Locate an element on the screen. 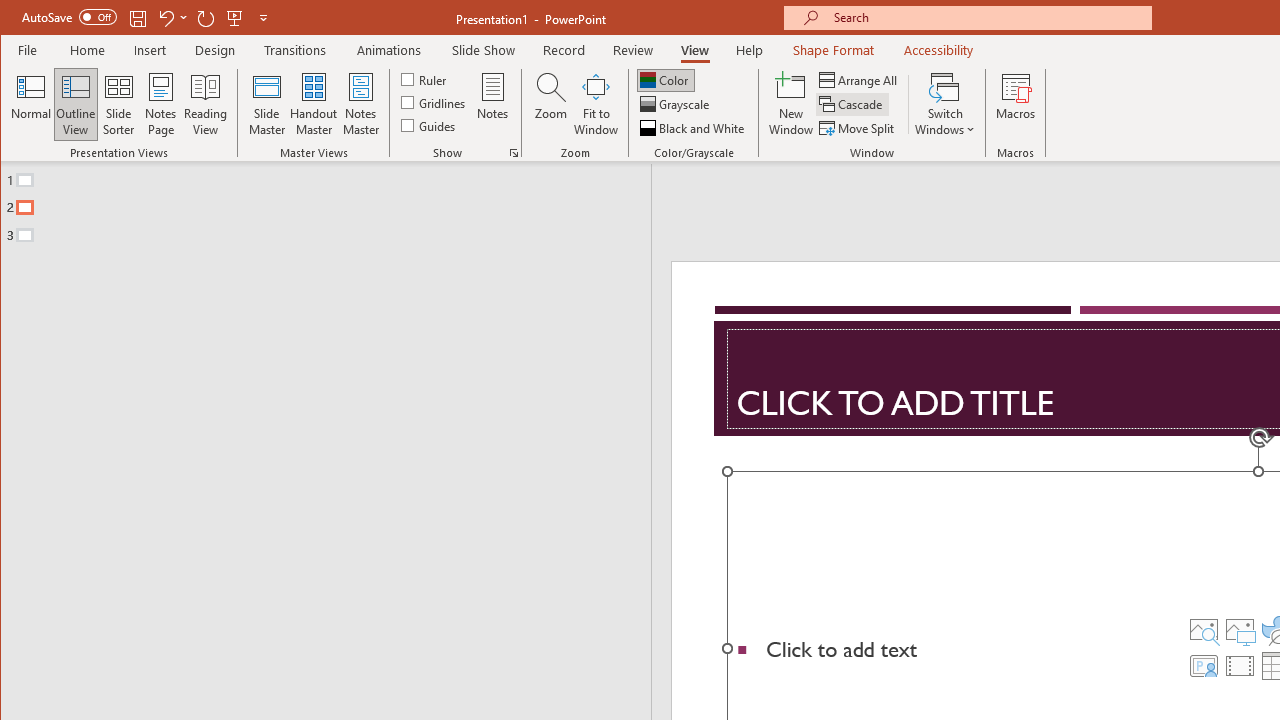 This screenshot has width=1280, height=720. 'Color' is located at coordinates (666, 79).